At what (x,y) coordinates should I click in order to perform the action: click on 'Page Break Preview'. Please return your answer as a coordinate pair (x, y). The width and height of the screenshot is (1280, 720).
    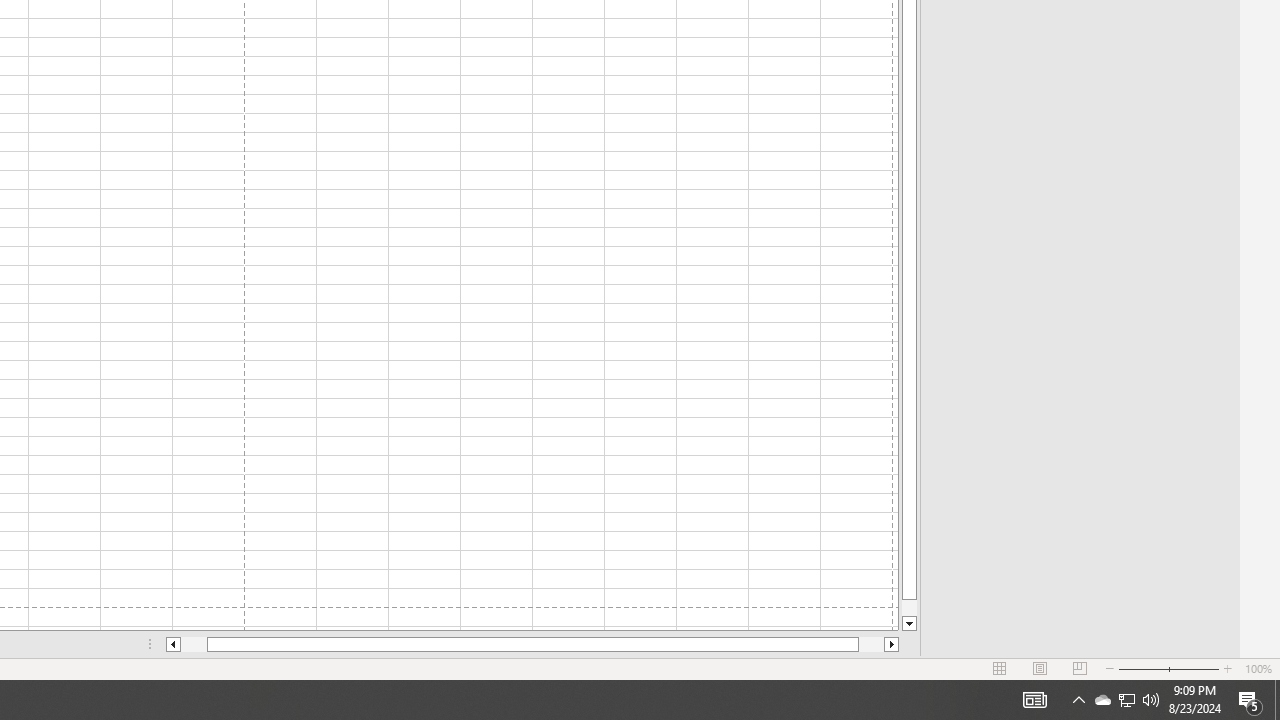
    Looking at the image, I should click on (1078, 669).